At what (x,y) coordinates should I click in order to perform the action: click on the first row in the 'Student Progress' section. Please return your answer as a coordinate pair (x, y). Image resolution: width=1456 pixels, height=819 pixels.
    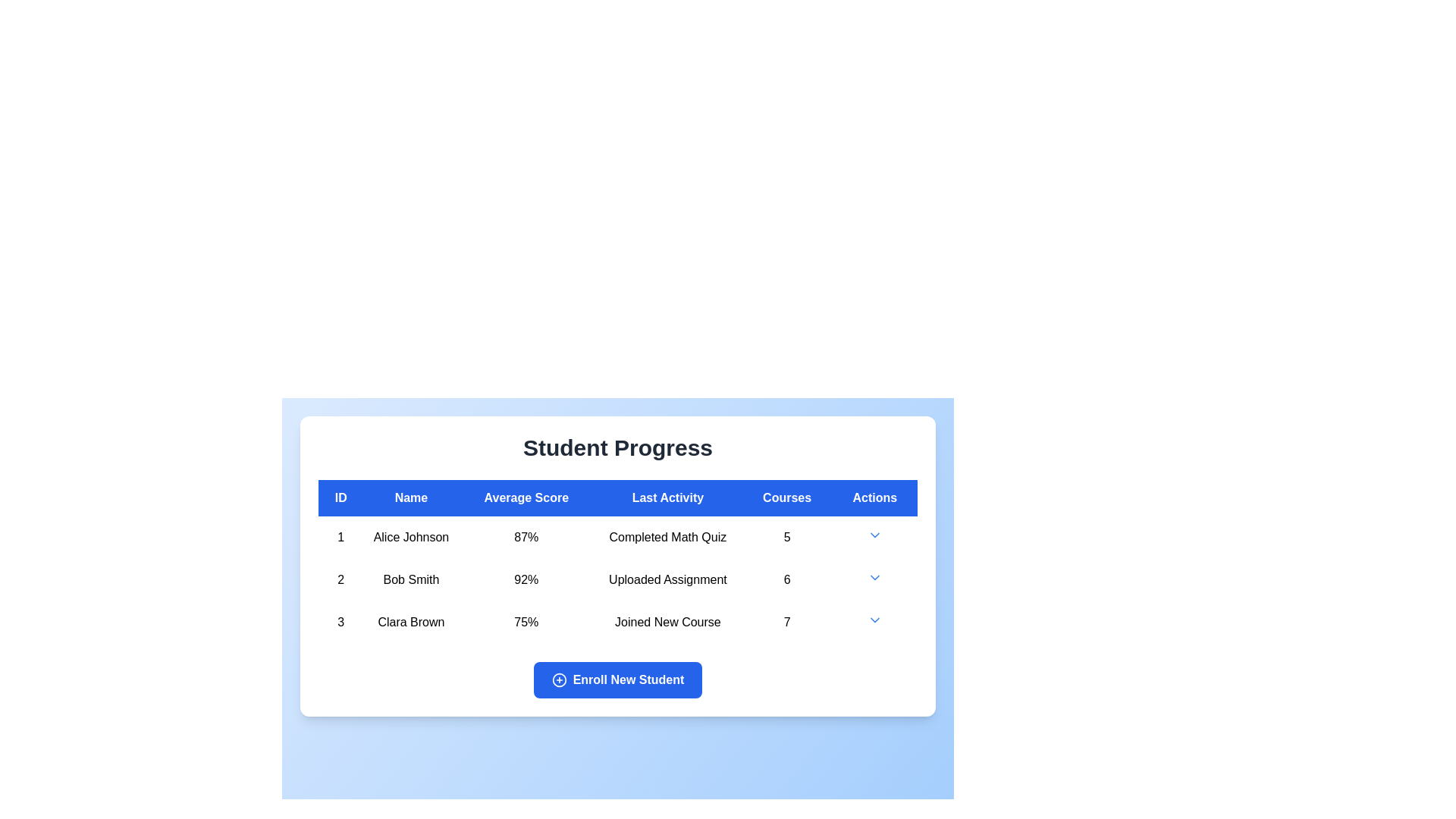
    Looking at the image, I should click on (618, 537).